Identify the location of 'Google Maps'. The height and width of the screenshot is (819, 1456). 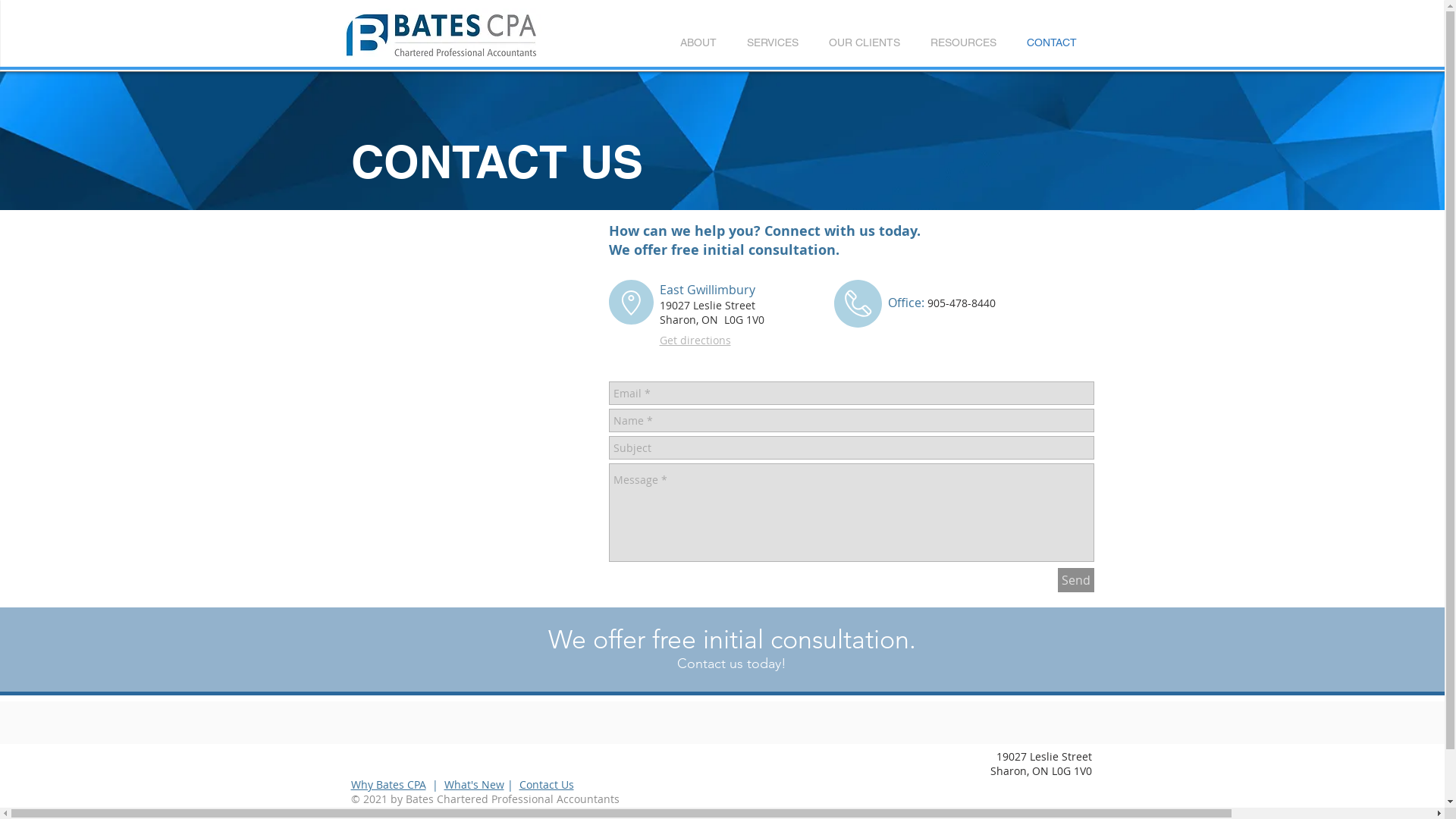
(465, 387).